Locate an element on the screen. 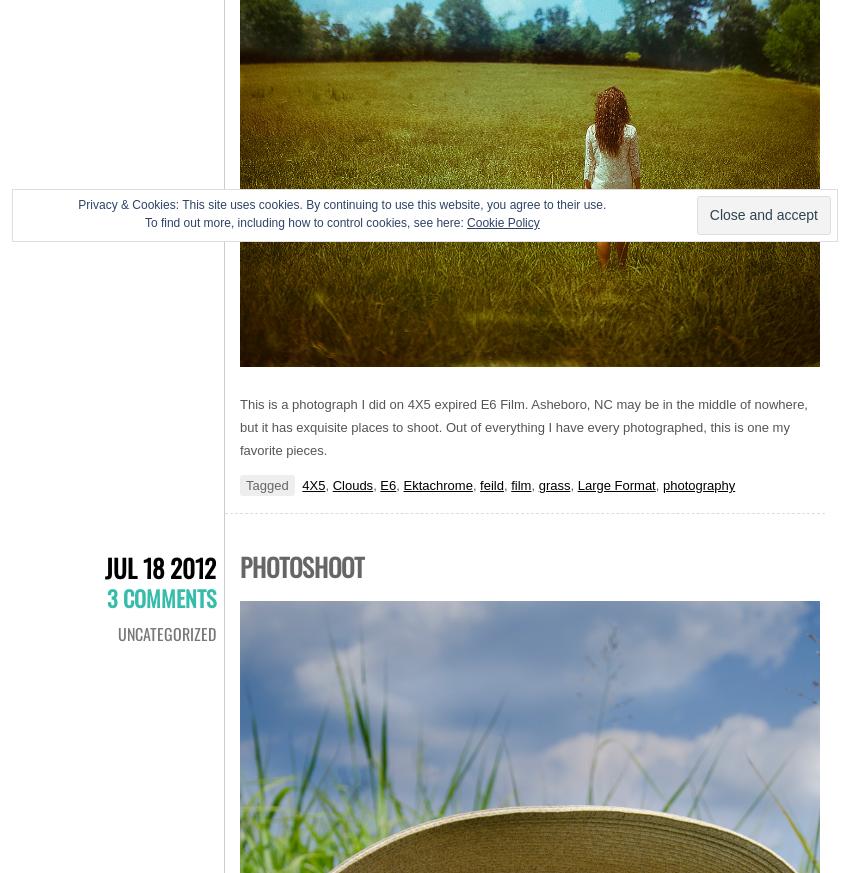 The width and height of the screenshot is (850, 873). 'E6' is located at coordinates (388, 485).